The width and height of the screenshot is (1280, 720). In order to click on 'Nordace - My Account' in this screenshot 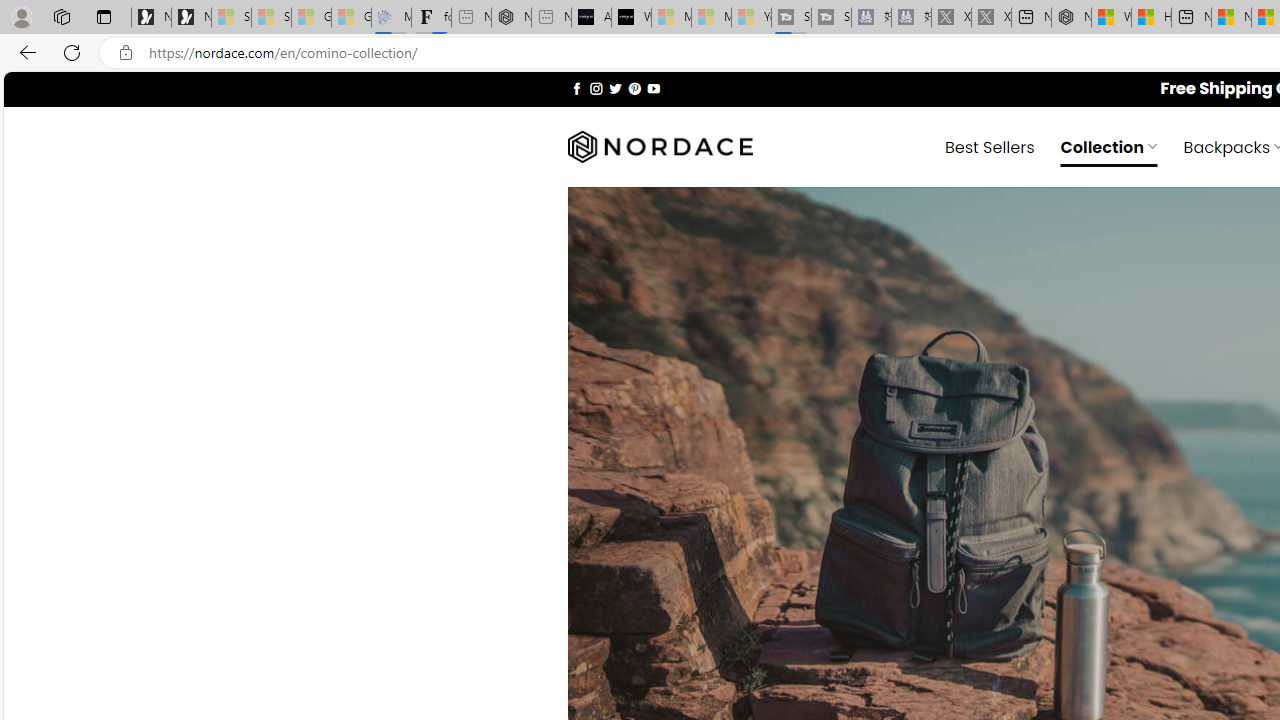, I will do `click(1070, 17)`.